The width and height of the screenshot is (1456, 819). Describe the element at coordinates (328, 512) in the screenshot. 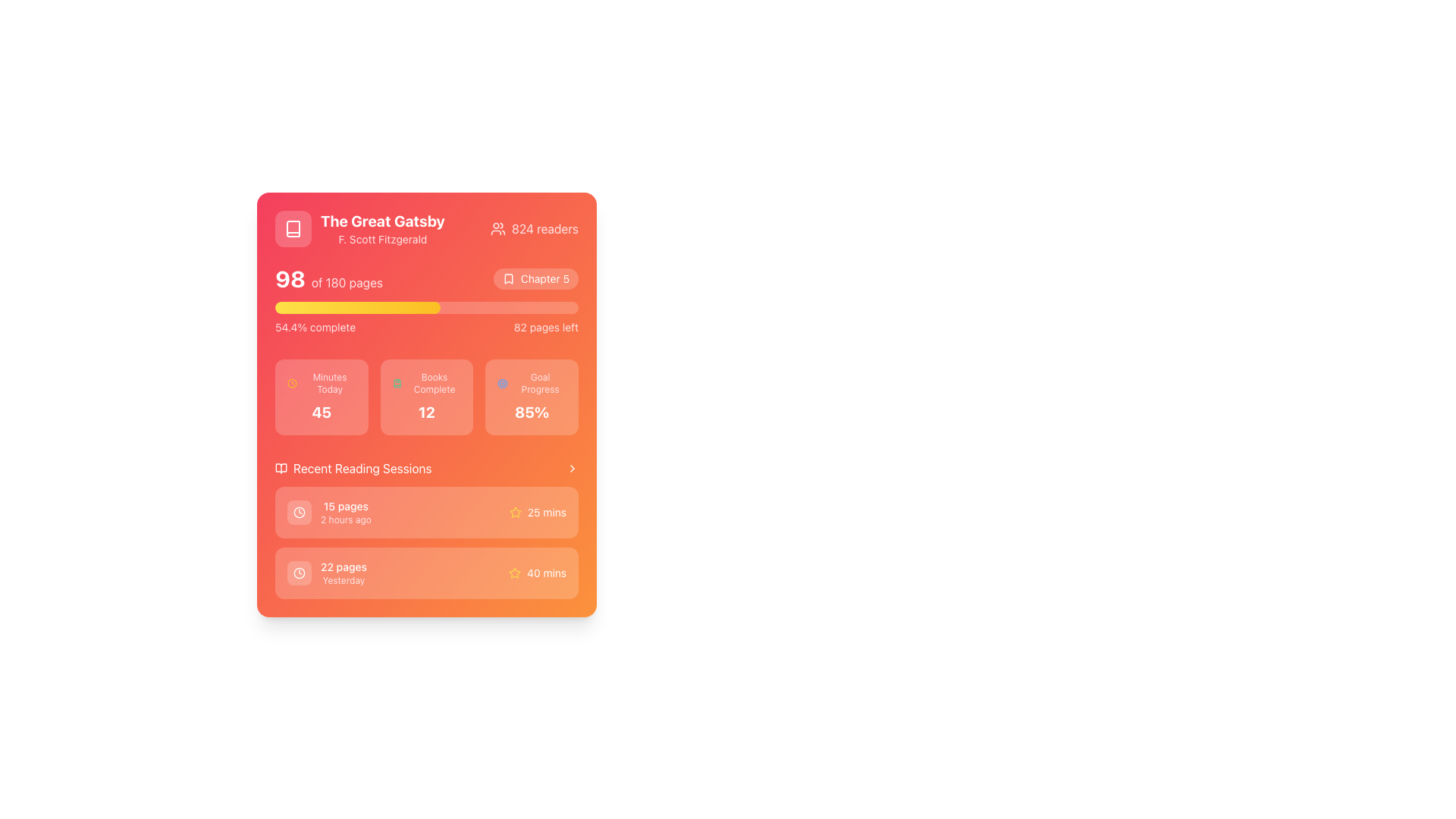

I see `text from the Information display that shows reading progress of 15 pages completed 2 hours prior, located in the middle-left region of the rectangular card labeled 'Recent Reading Sessions'` at that location.